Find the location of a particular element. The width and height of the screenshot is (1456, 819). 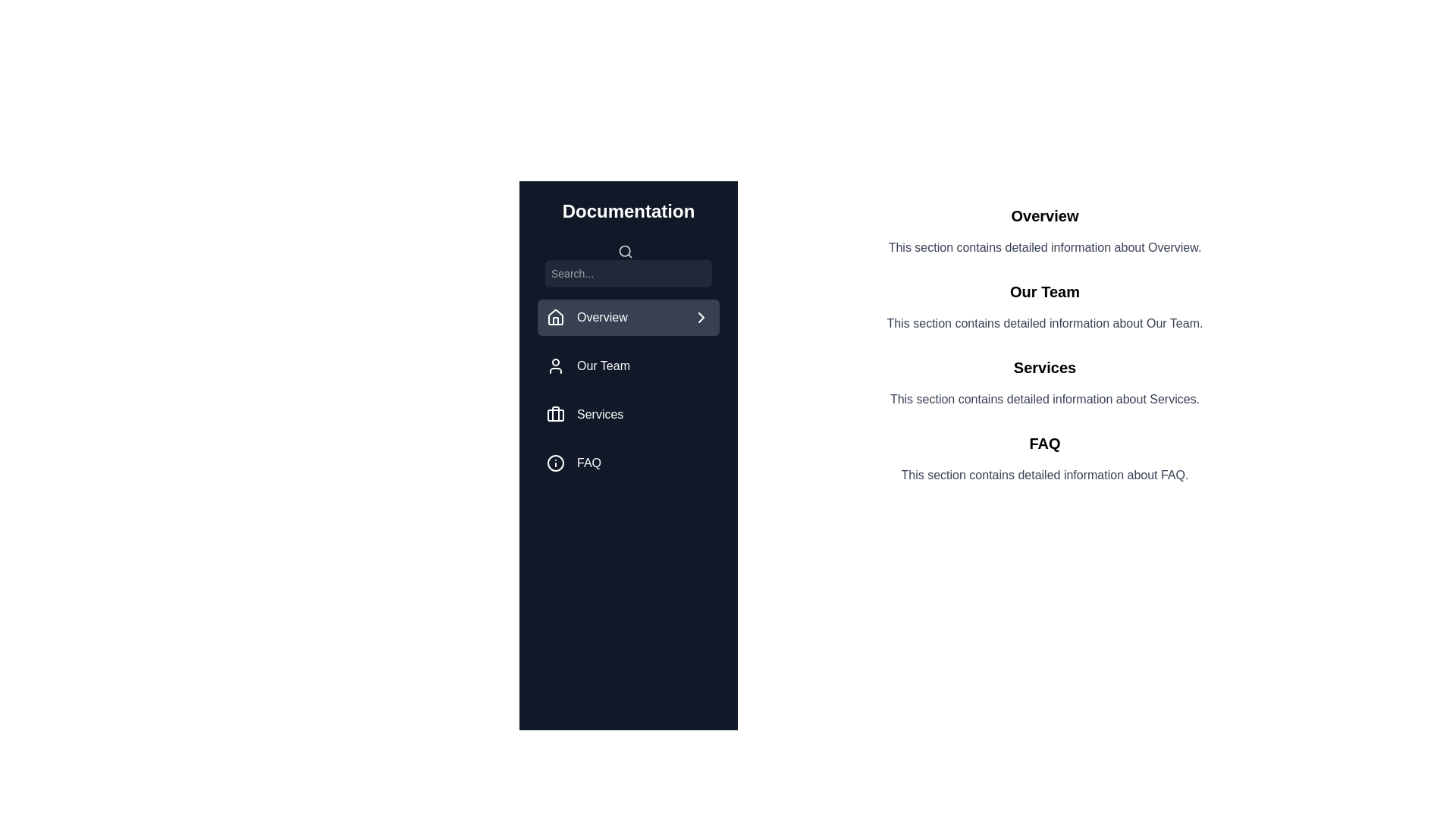

the Navigation link item located in the vertical navigation menu at the bottom, which is the fourth item listed after 'Overview', 'Our Team', and 'Services' is located at coordinates (629, 462).